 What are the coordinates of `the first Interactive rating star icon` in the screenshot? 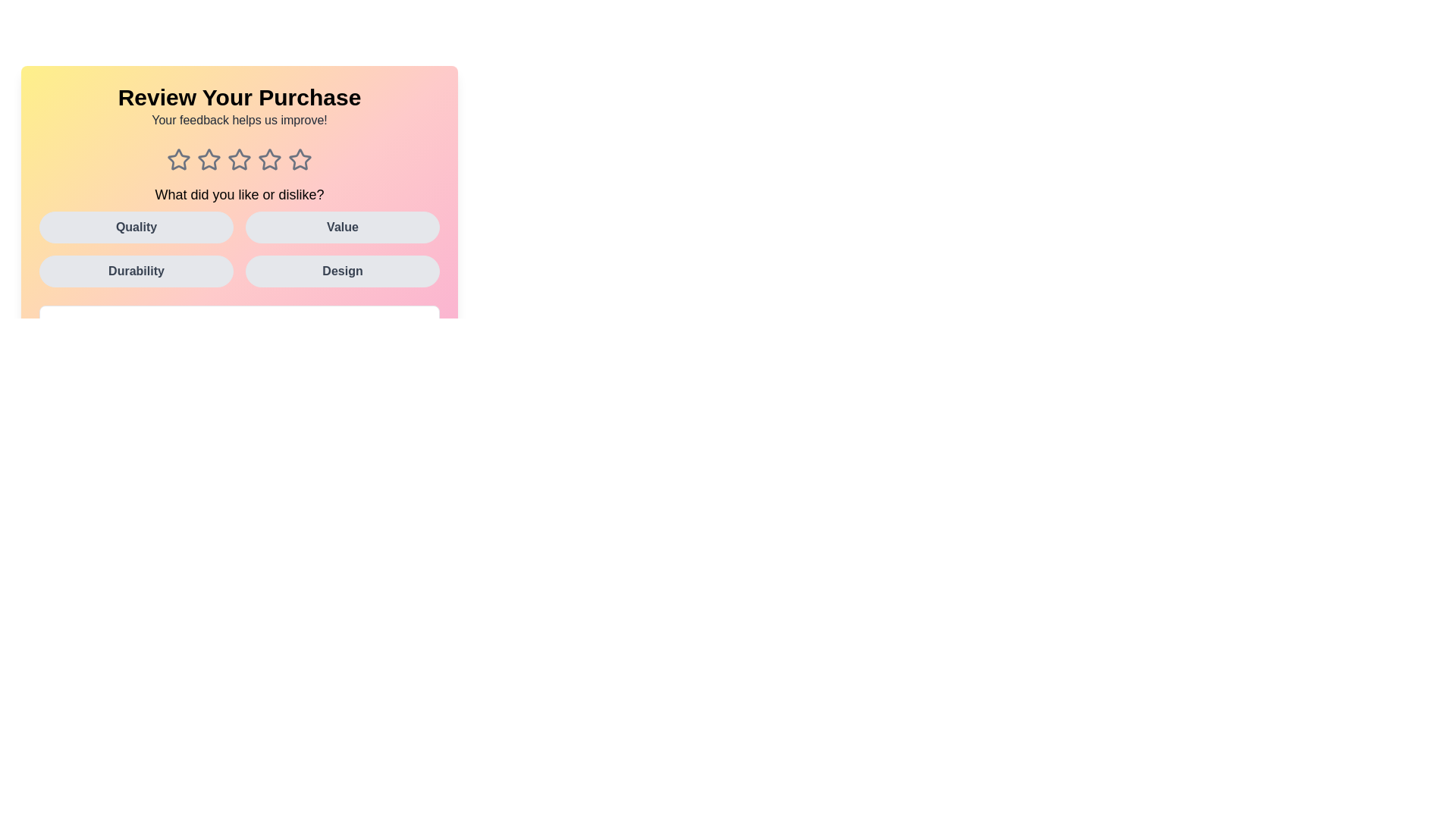 It's located at (178, 160).